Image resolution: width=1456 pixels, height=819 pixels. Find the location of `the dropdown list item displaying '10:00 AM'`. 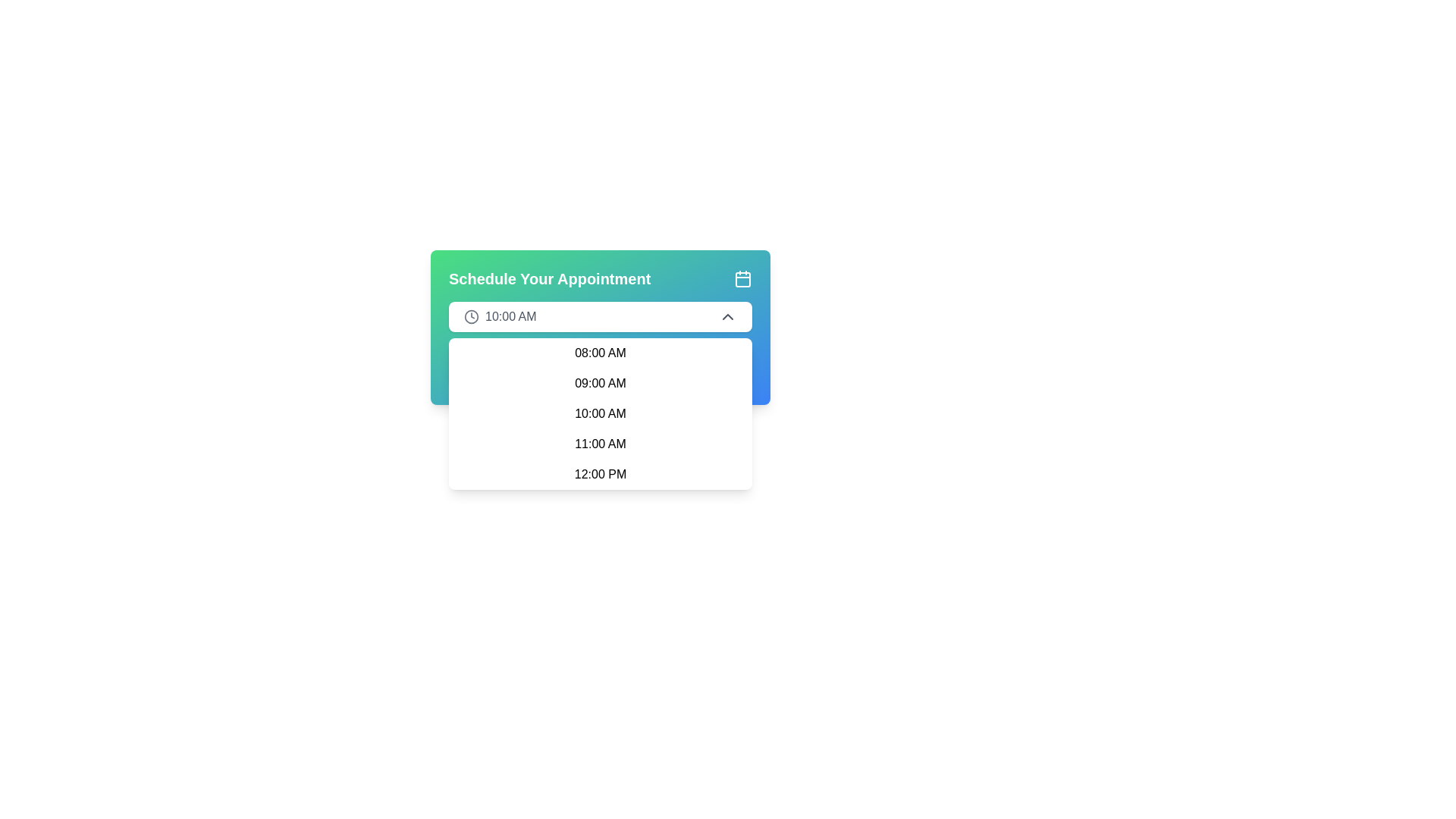

the dropdown list item displaying '10:00 AM' is located at coordinates (600, 414).